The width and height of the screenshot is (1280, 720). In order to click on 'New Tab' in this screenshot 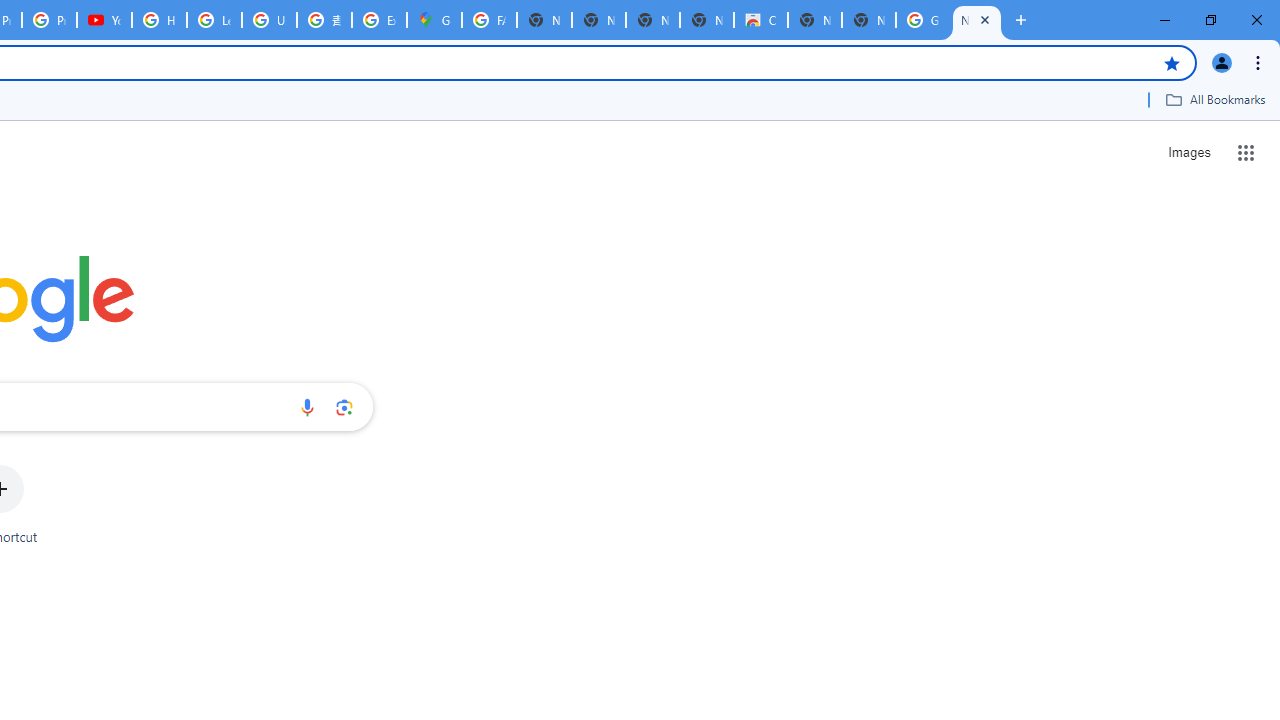, I will do `click(976, 20)`.